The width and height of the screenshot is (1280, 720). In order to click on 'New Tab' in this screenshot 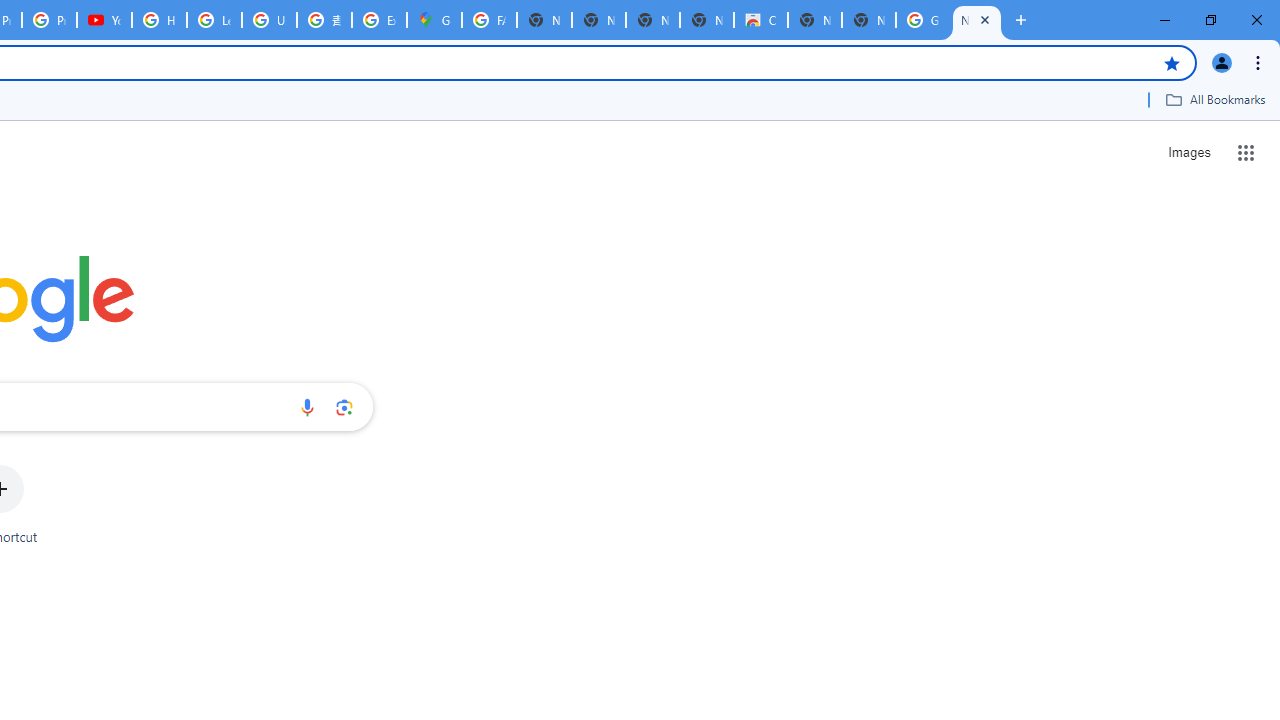, I will do `click(976, 20)`.